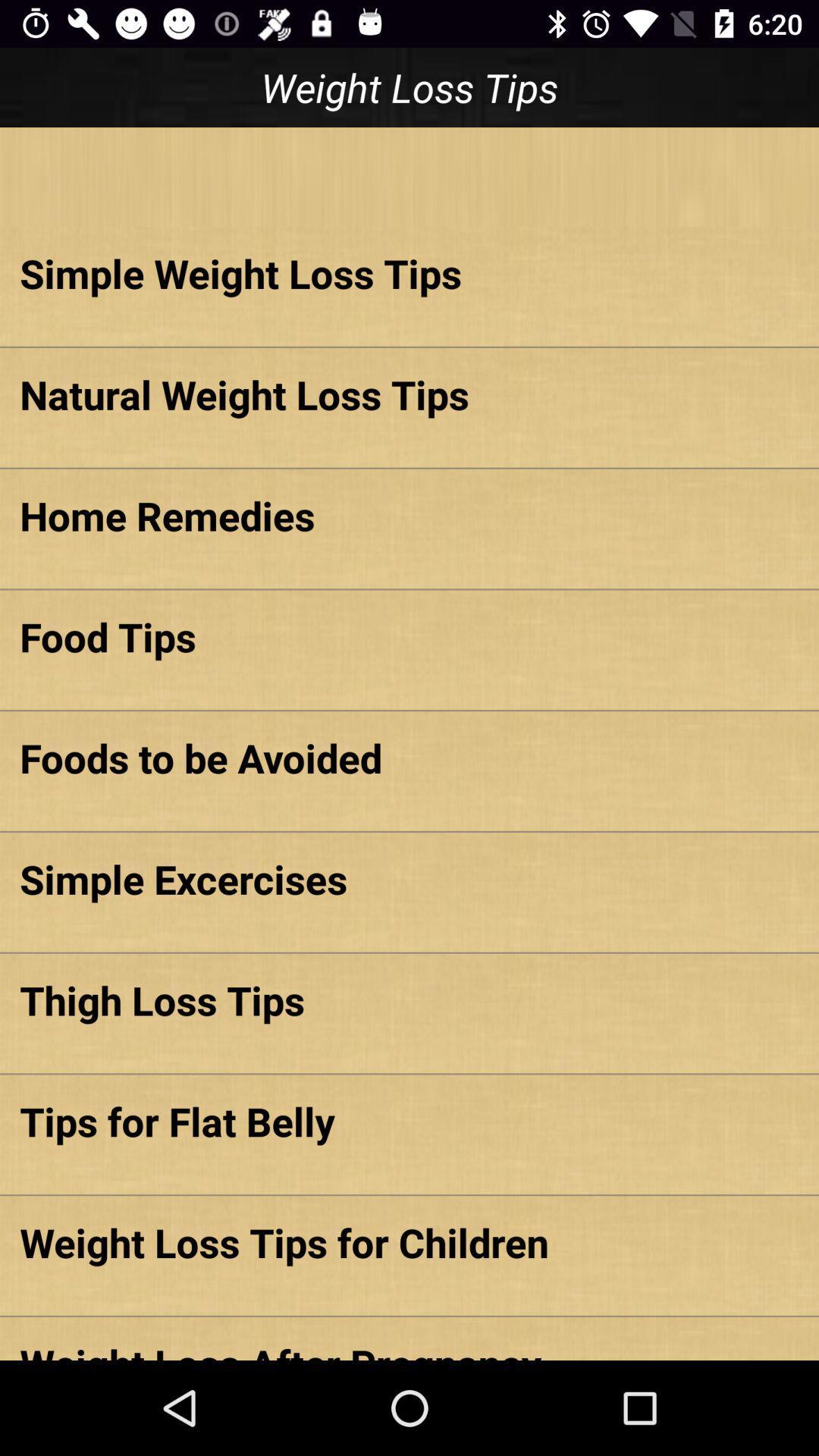  Describe the element at coordinates (409, 758) in the screenshot. I see `the icon above simple excercises item` at that location.